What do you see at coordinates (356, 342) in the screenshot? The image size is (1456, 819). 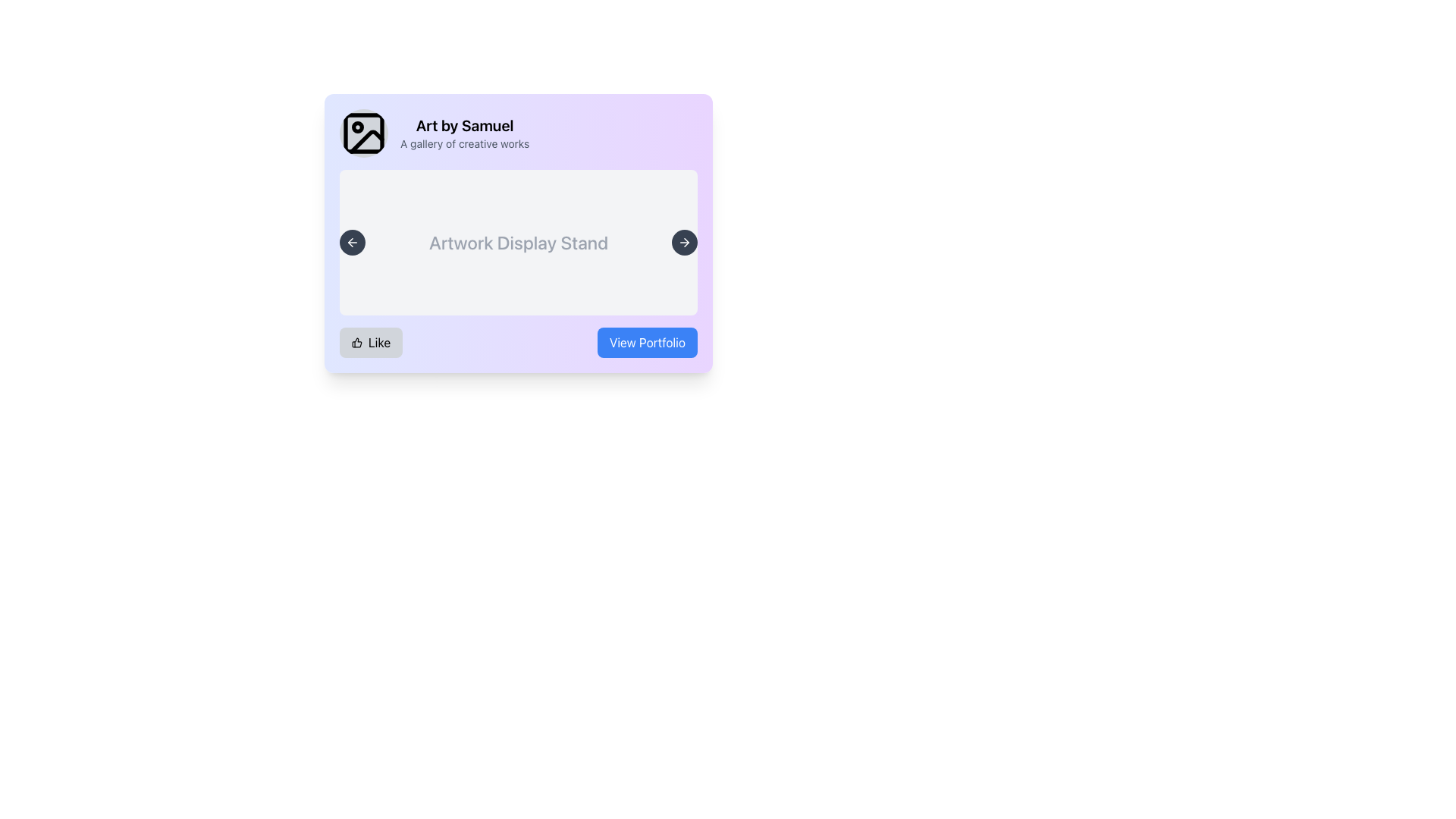 I see `the thumbs-up icon within the 'Like' button located at the bottom-left area of the card component` at bounding box center [356, 342].